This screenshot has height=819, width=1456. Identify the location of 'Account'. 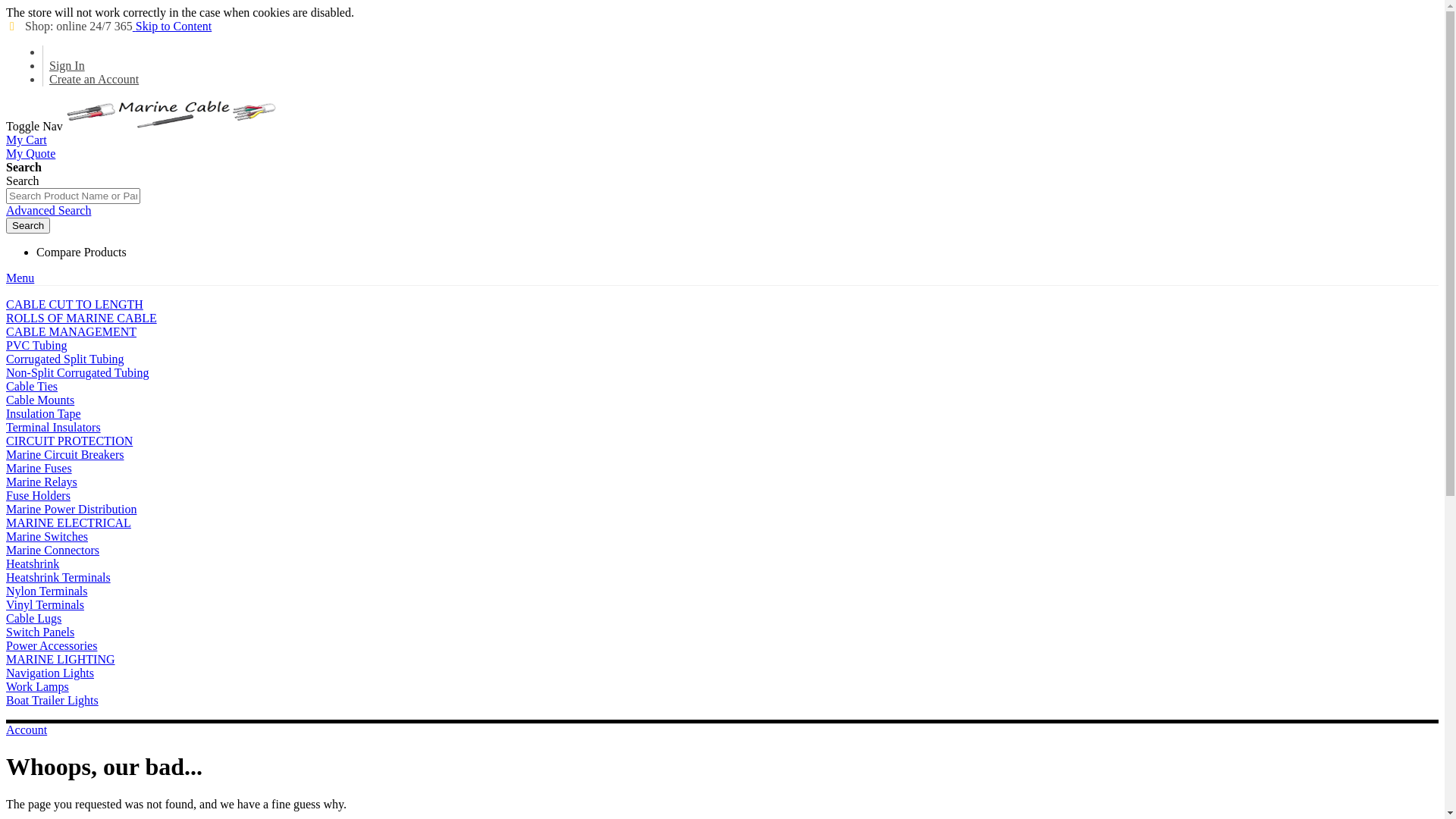
(26, 729).